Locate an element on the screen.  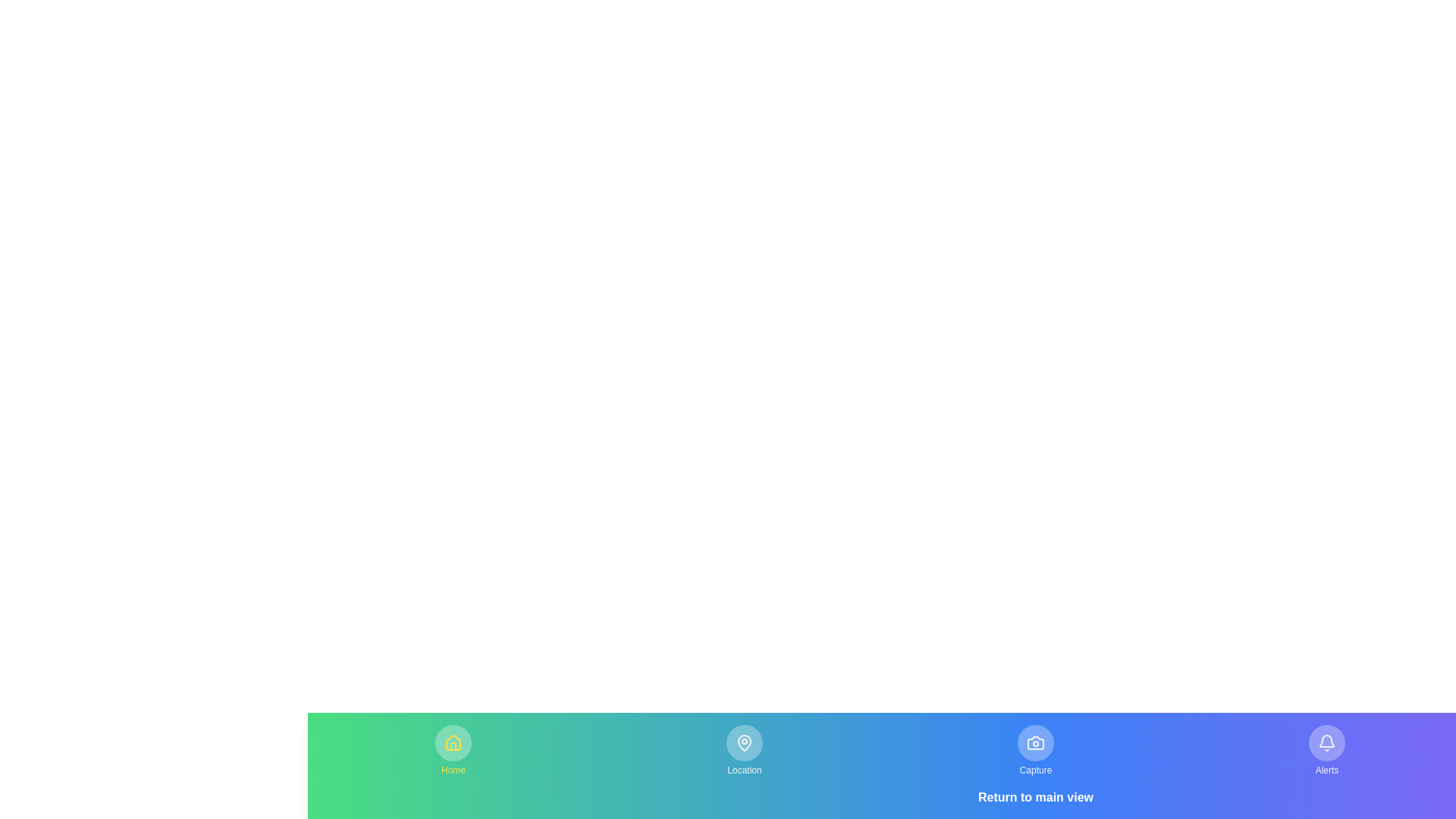
the menu item corresponding to Capture is located at coordinates (1035, 751).